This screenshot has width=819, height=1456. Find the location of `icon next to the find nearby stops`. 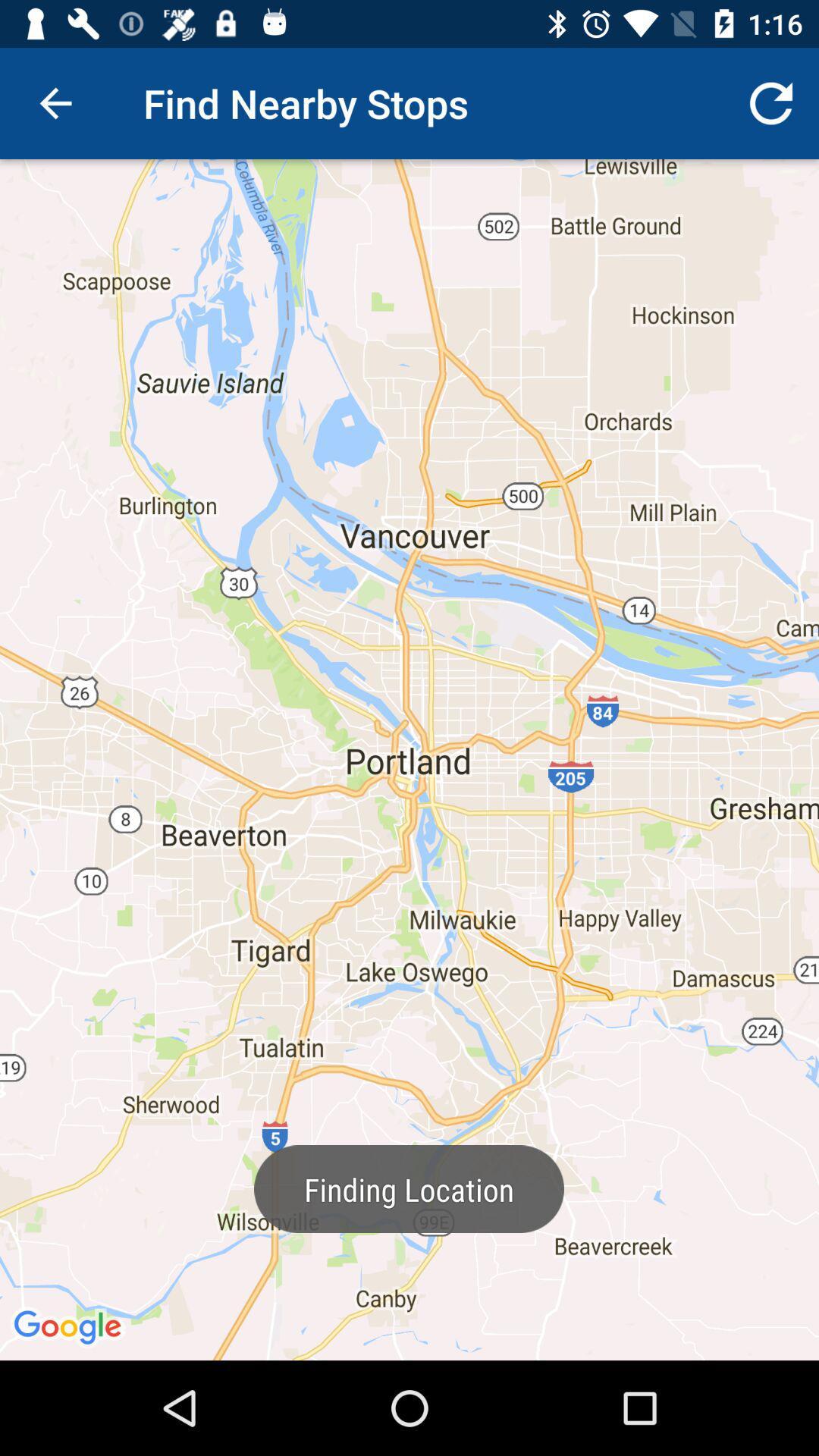

icon next to the find nearby stops is located at coordinates (55, 102).